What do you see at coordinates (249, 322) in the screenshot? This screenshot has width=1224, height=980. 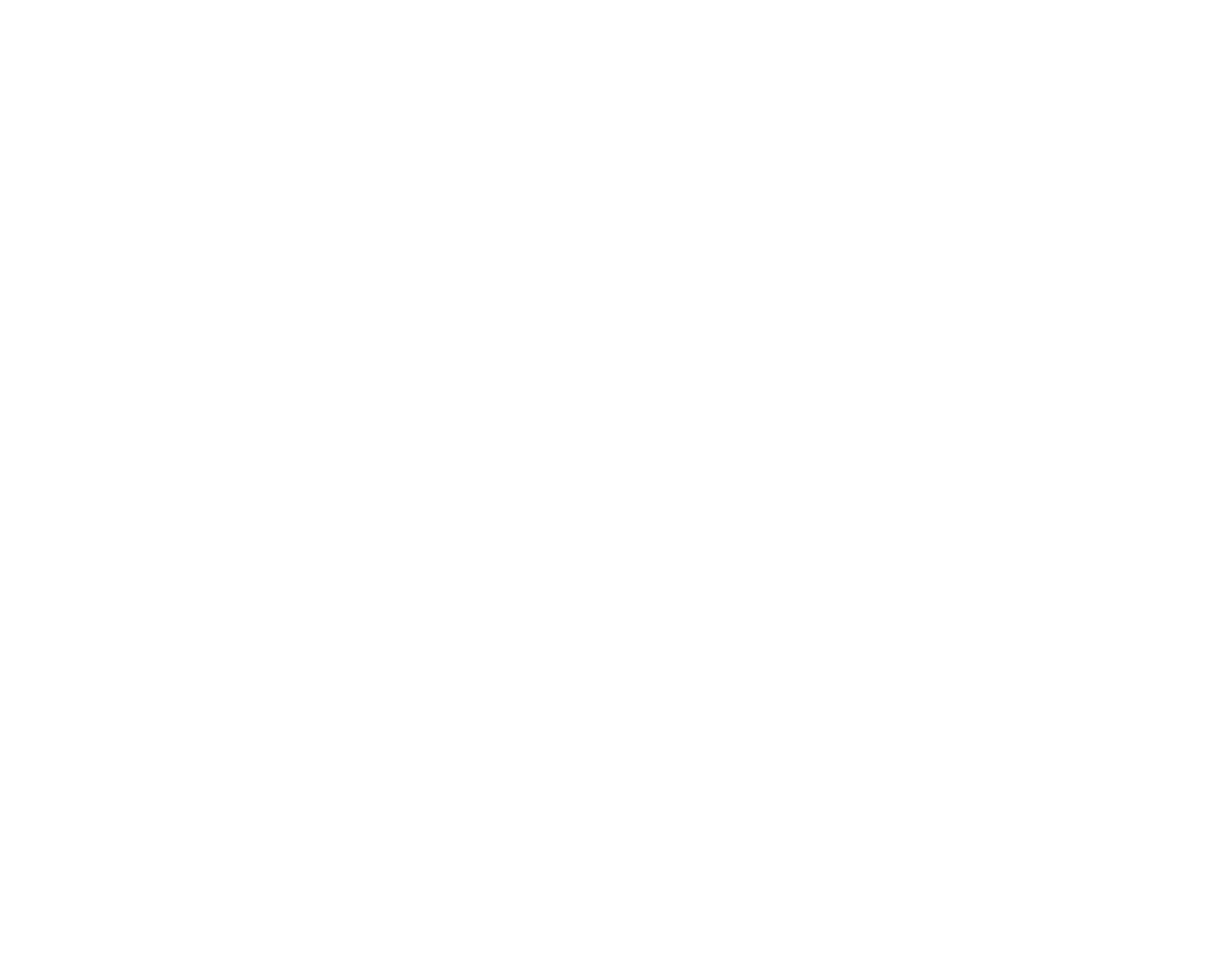 I see `'European EMC Products Ltd are registered to BS EN ISO 9001:2015, Certificate No. FS 38901'` at bounding box center [249, 322].